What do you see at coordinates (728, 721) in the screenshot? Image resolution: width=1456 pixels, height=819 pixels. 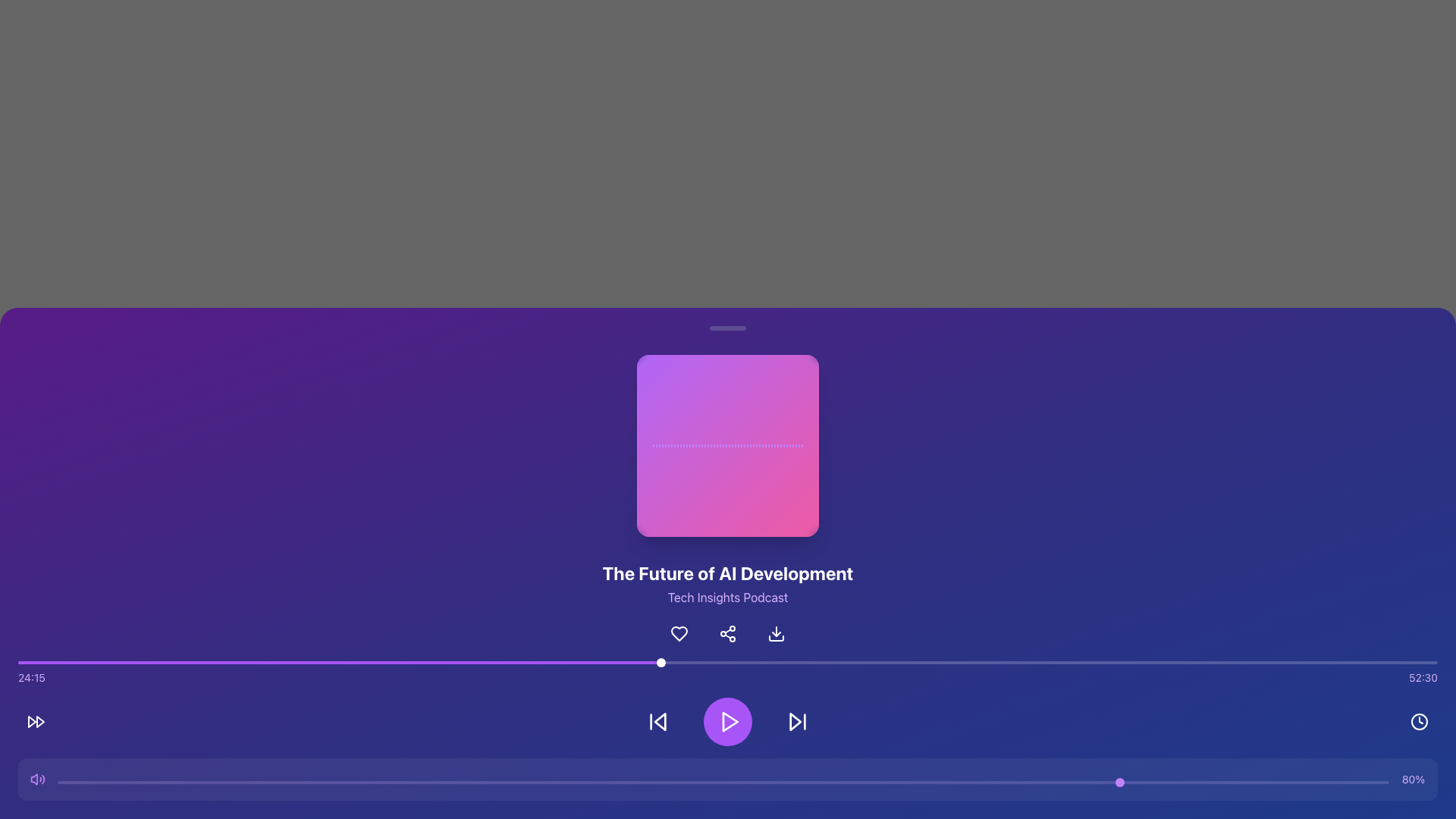 I see `the circular purple play button located centrally at the bottom of the interface to play or pause the media` at bounding box center [728, 721].